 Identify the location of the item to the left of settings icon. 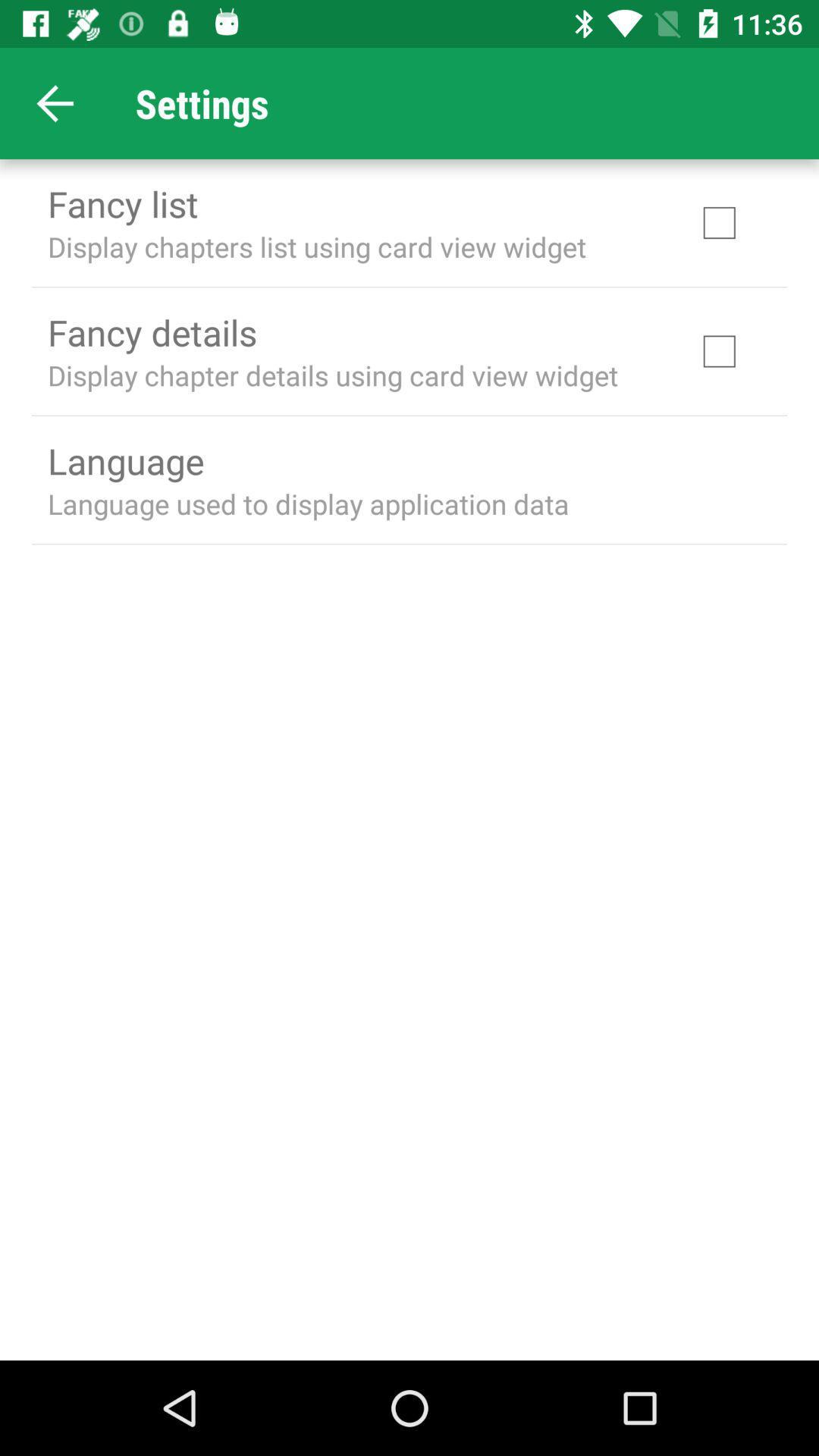
(55, 102).